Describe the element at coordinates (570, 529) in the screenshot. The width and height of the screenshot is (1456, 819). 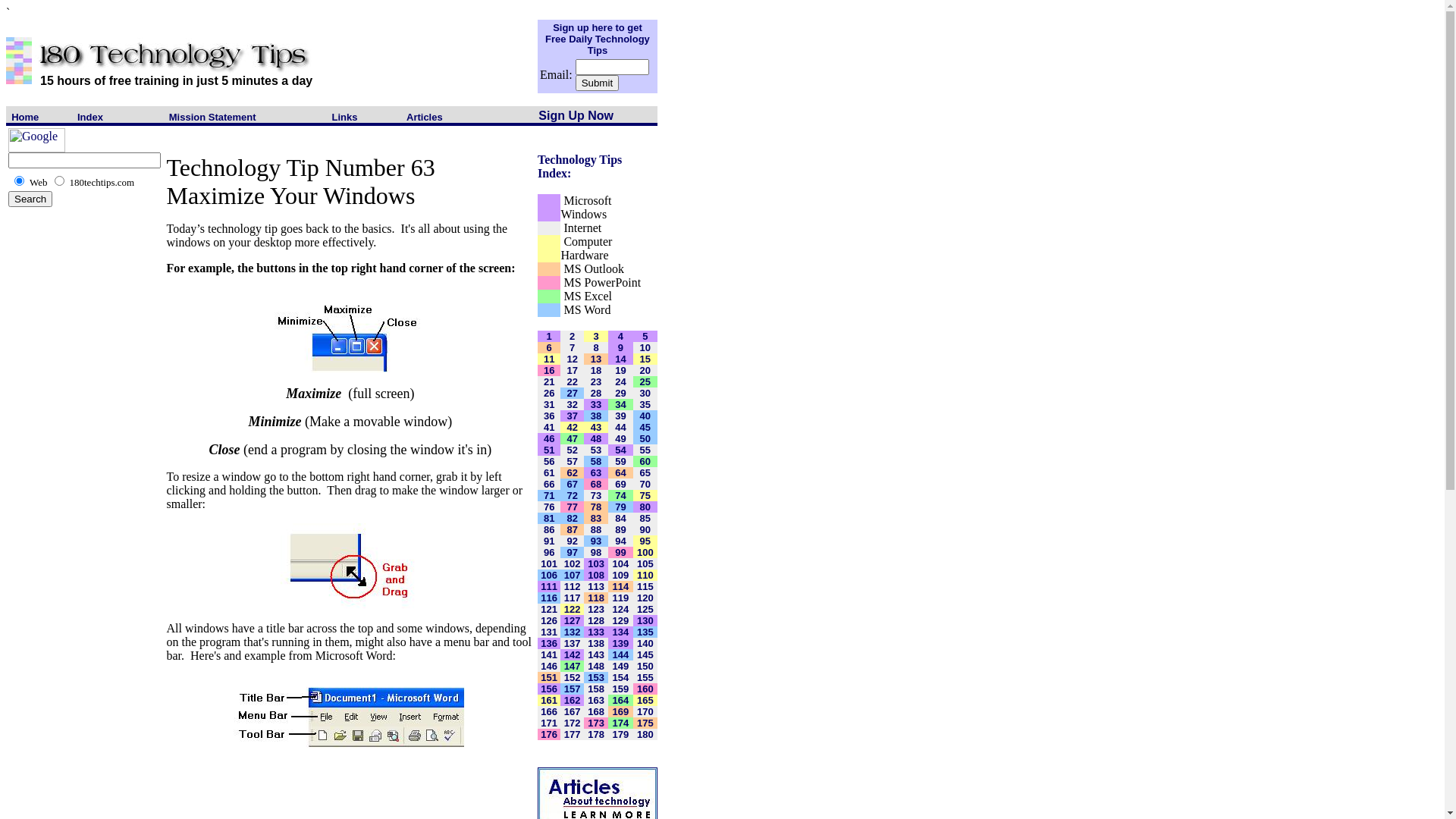
I see `'87'` at that location.